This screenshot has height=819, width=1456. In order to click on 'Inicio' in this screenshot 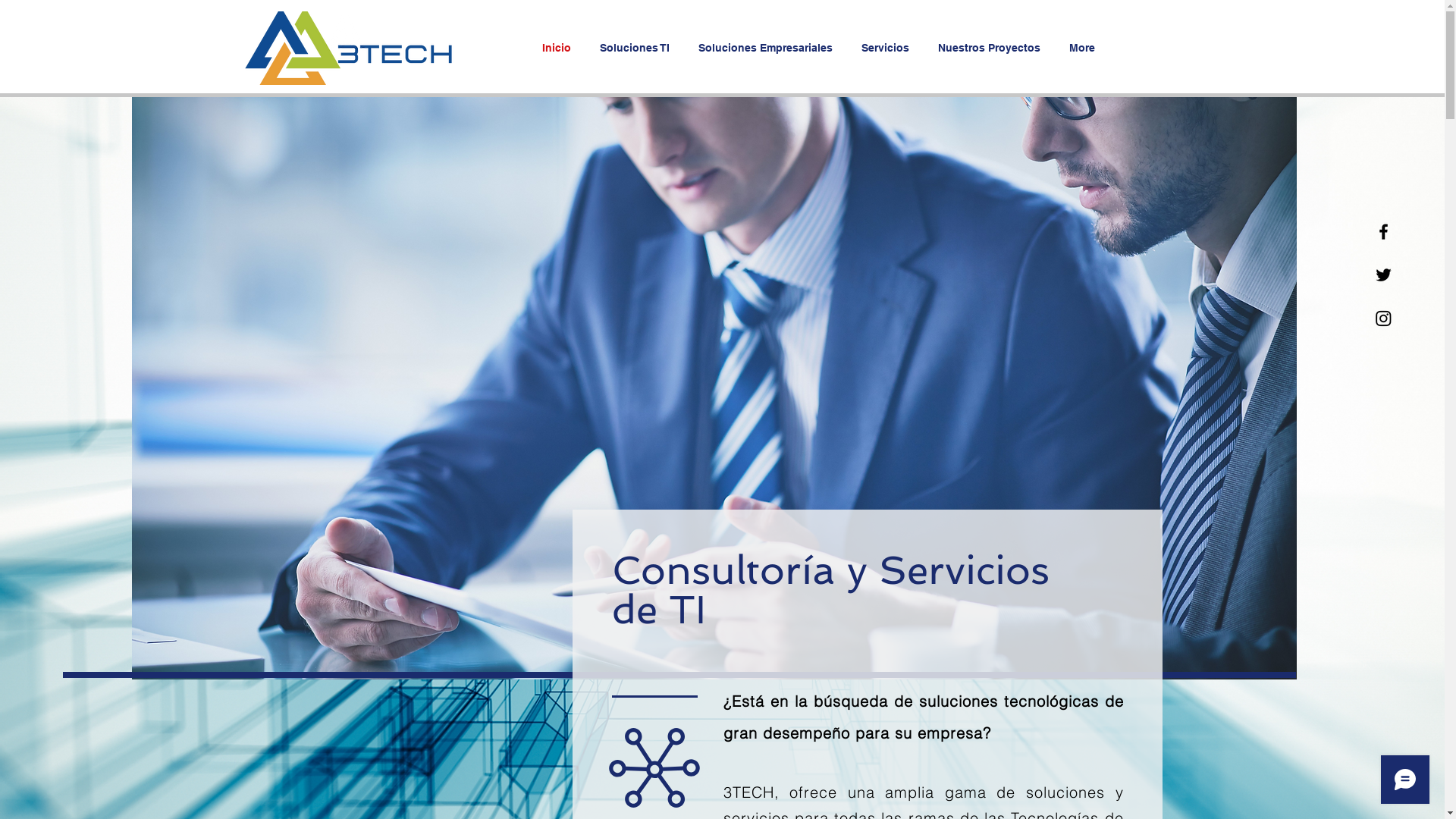, I will do `click(559, 46)`.